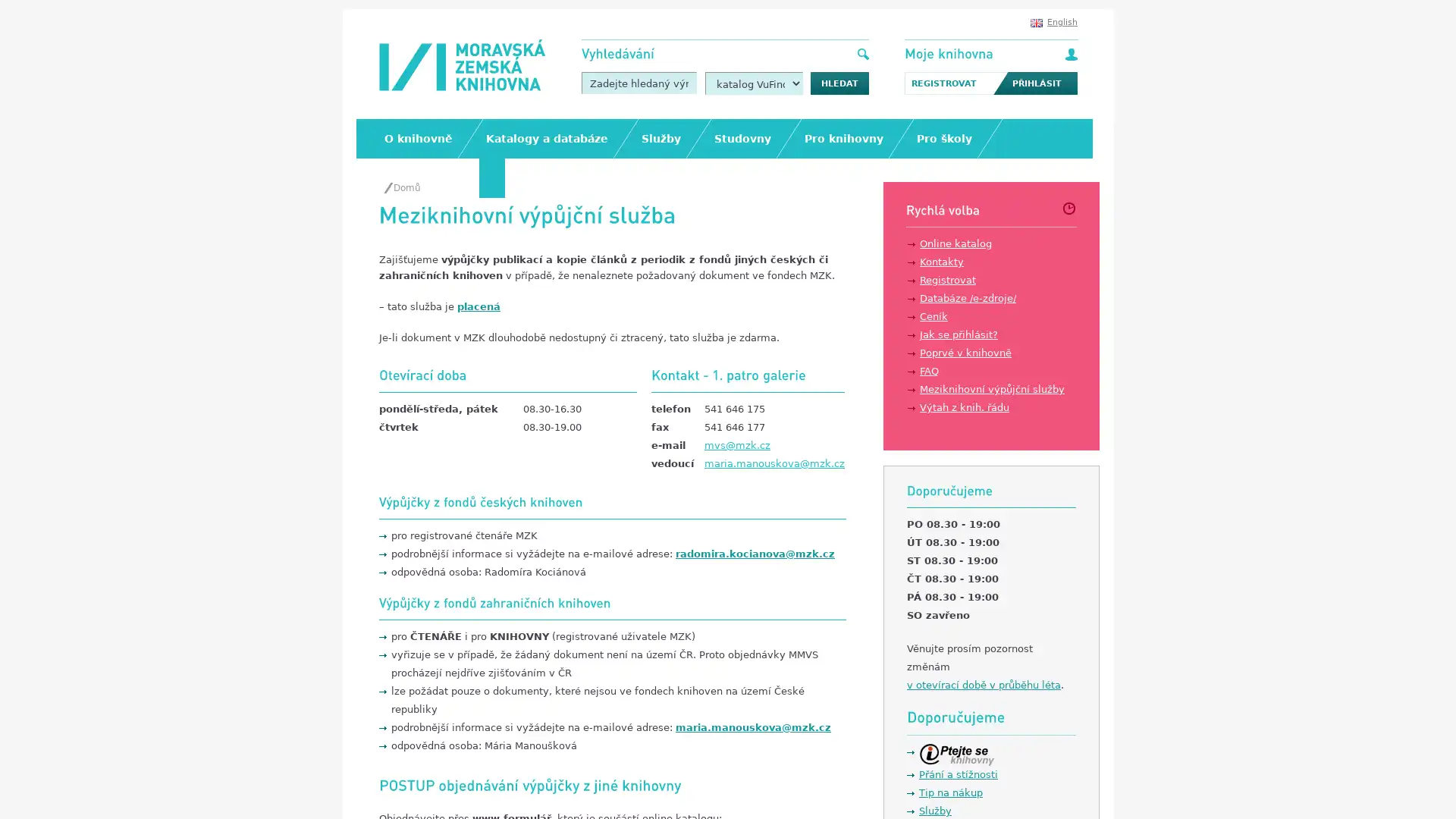  I want to click on Hledat, so click(839, 83).